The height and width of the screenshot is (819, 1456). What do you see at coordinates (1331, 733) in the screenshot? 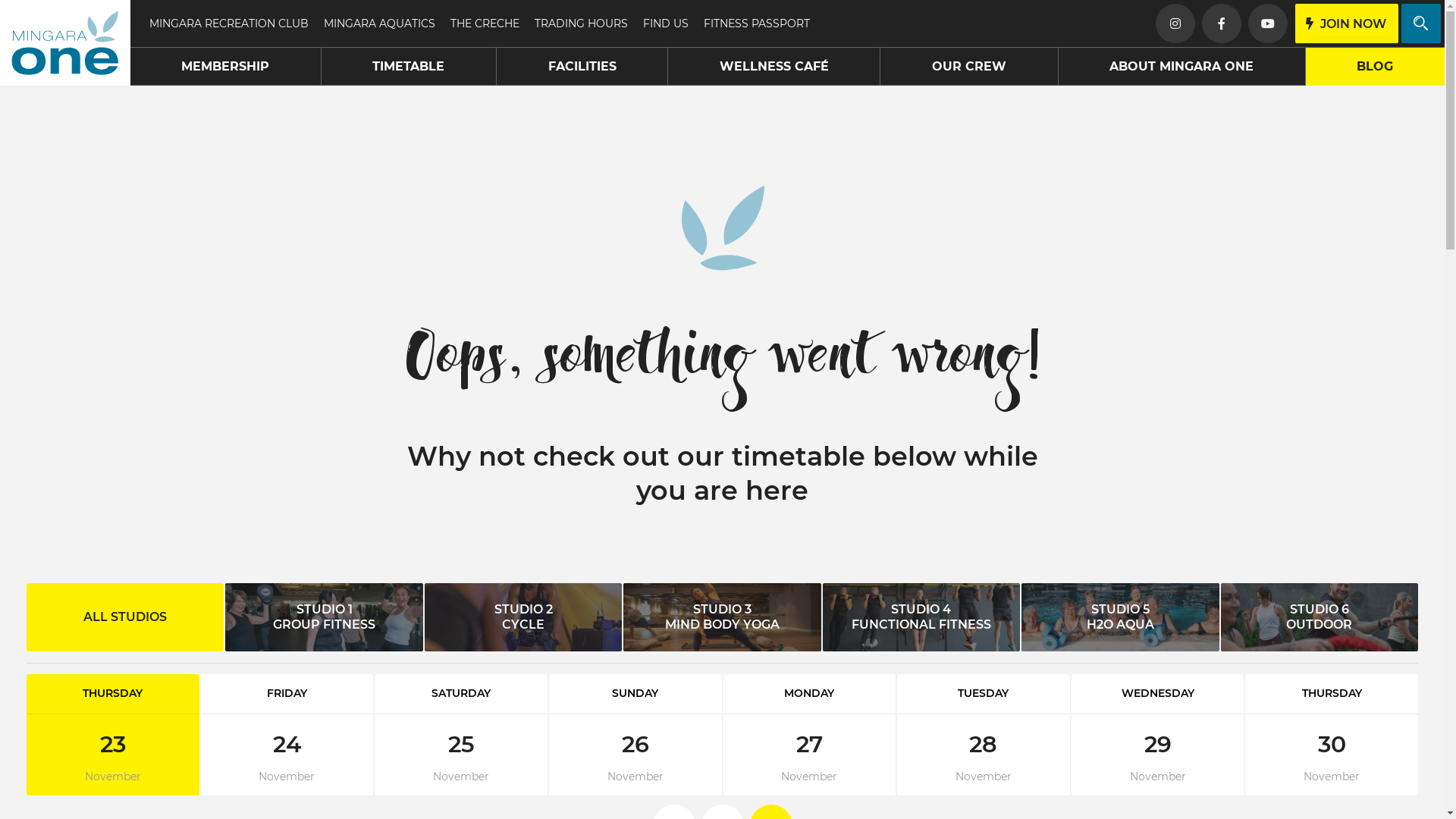
I see `'THURSDAY` at bounding box center [1331, 733].